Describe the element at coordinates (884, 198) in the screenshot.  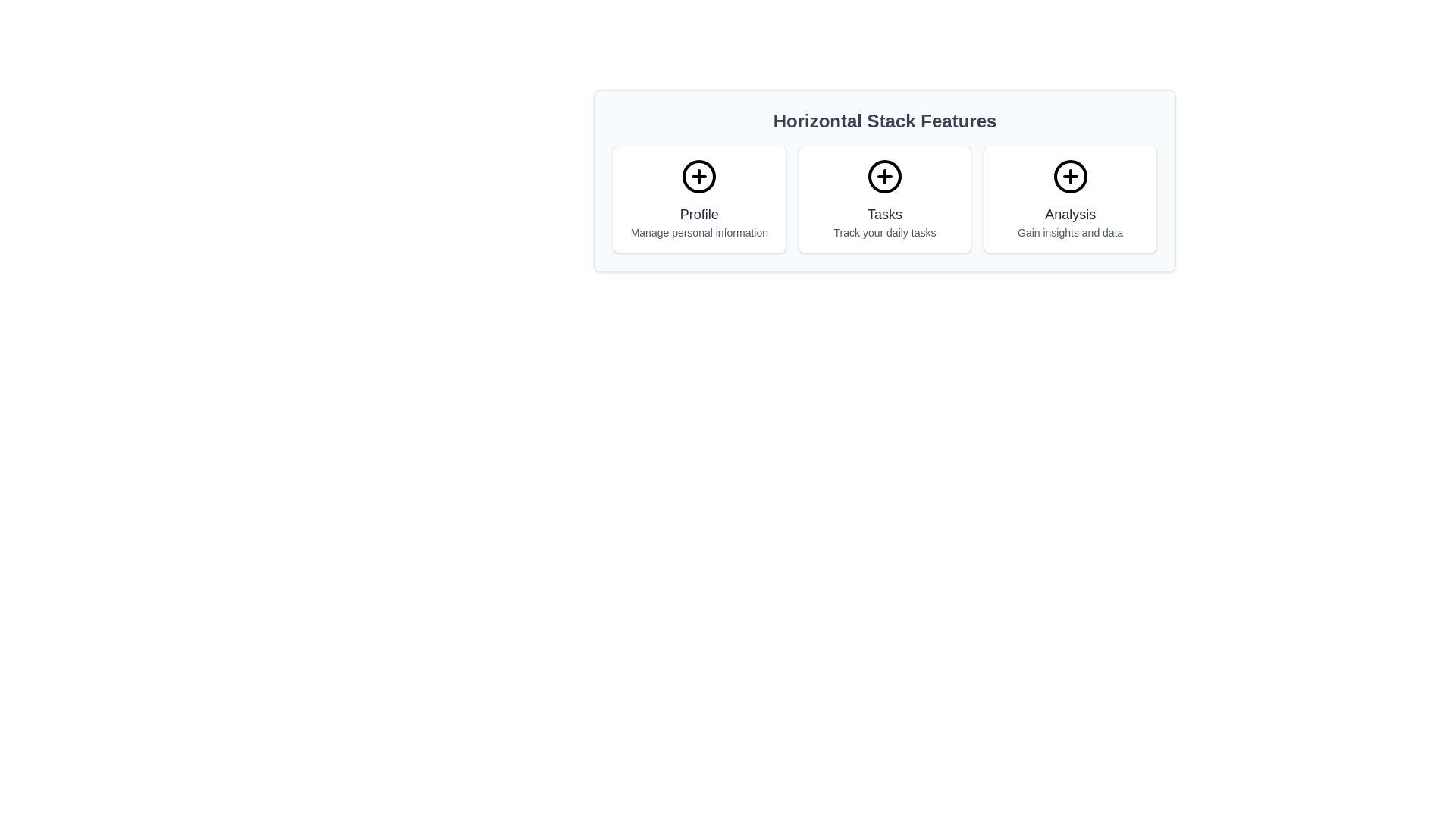
I see `the second informational card in the horizontal stack labeled 'Horizontal Stack Features', which contains a teal plus icon at the top and the title 'Tasks' below it` at that location.